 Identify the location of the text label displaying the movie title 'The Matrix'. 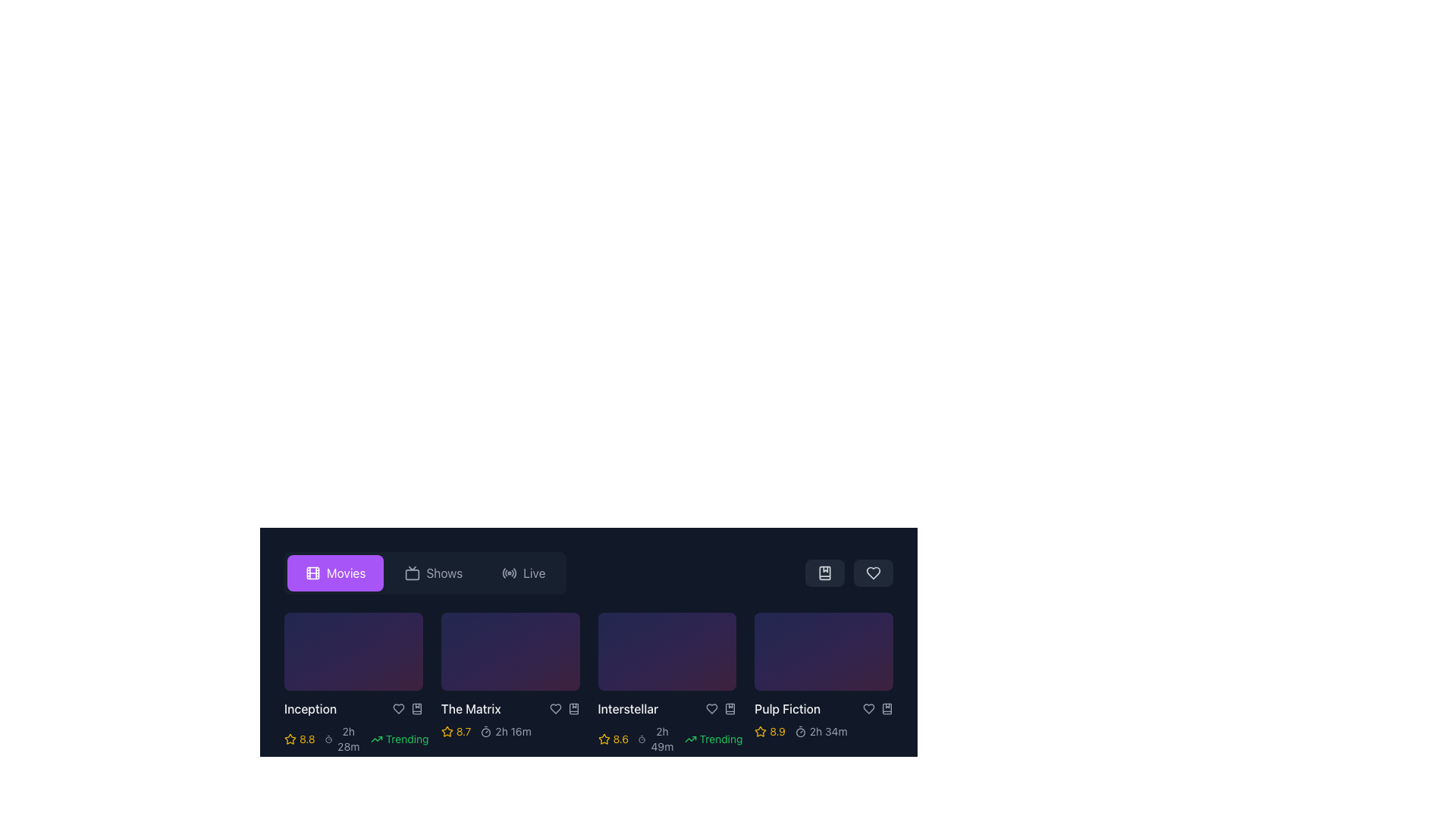
(469, 708).